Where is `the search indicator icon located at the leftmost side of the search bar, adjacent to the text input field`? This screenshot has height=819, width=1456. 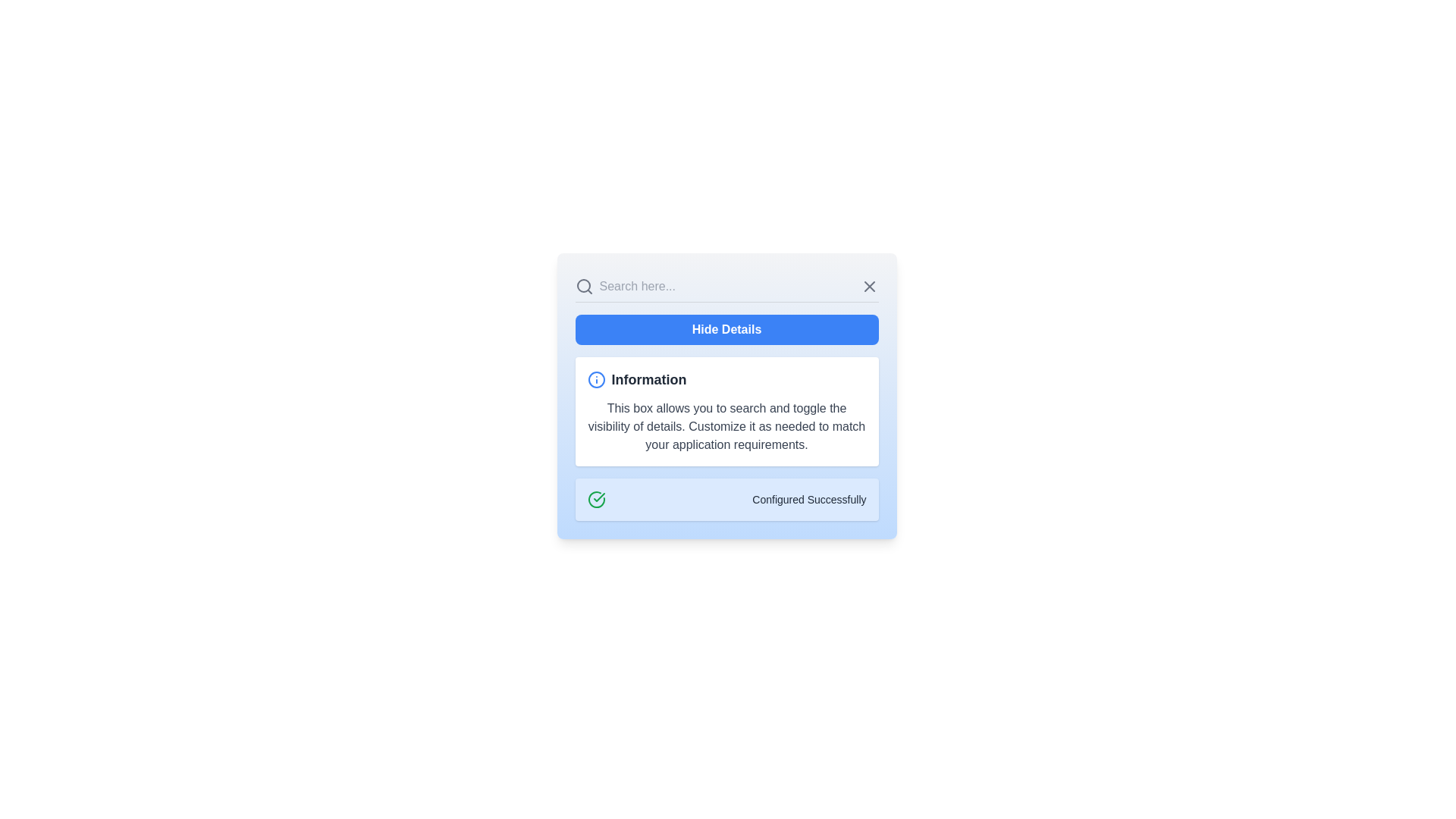 the search indicator icon located at the leftmost side of the search bar, adjacent to the text input field is located at coordinates (583, 287).